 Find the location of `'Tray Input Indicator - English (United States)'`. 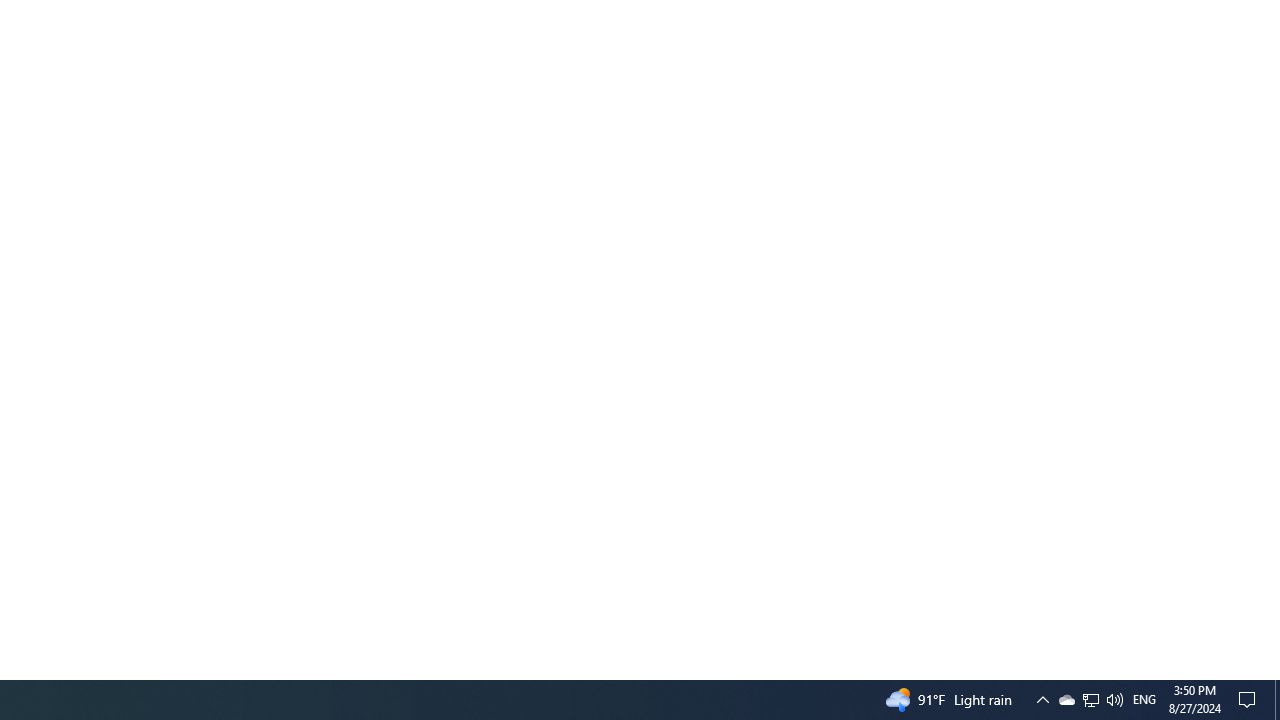

'Tray Input Indicator - English (United States)' is located at coordinates (1144, 698).